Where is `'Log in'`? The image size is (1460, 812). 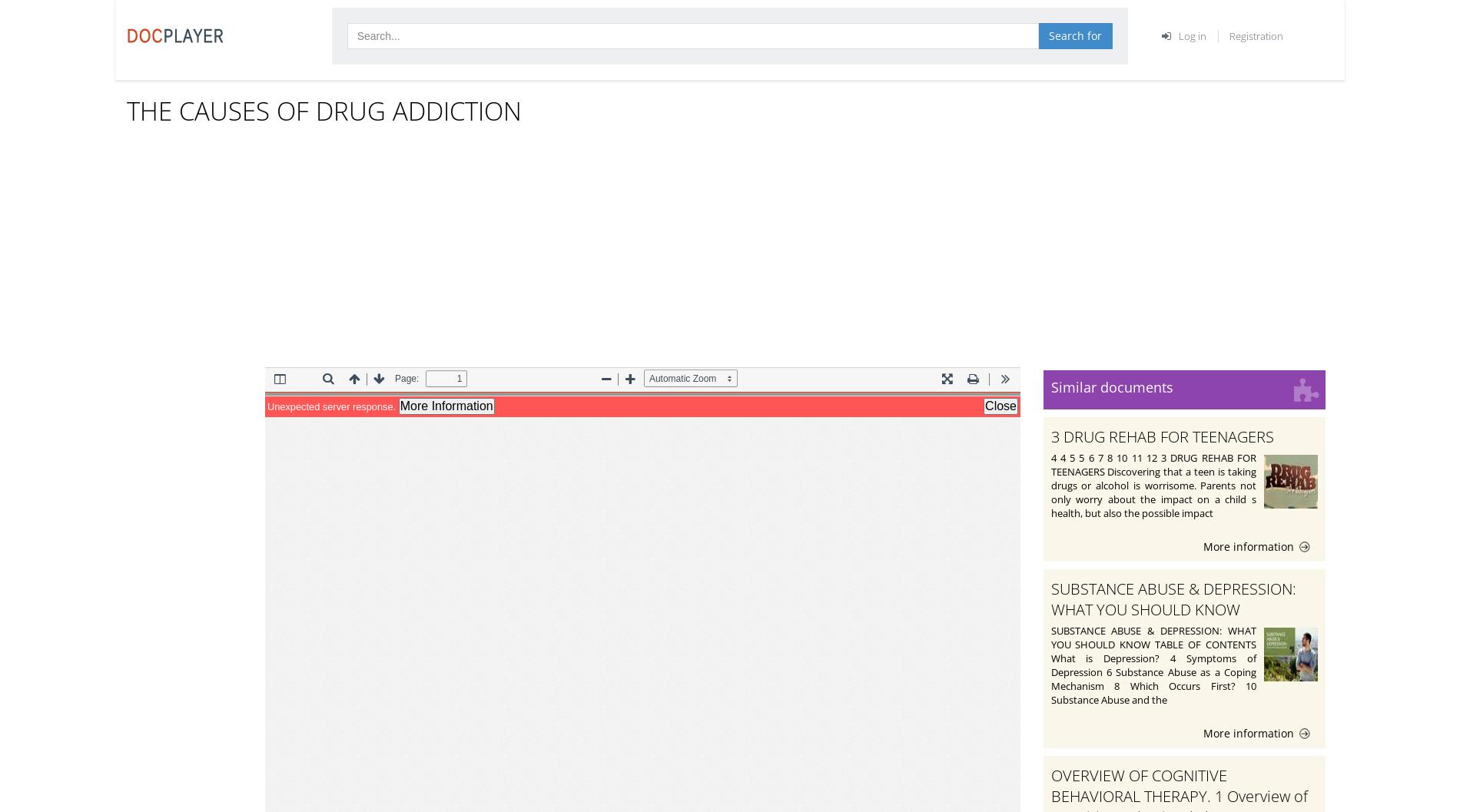
'Log in' is located at coordinates (1191, 35).